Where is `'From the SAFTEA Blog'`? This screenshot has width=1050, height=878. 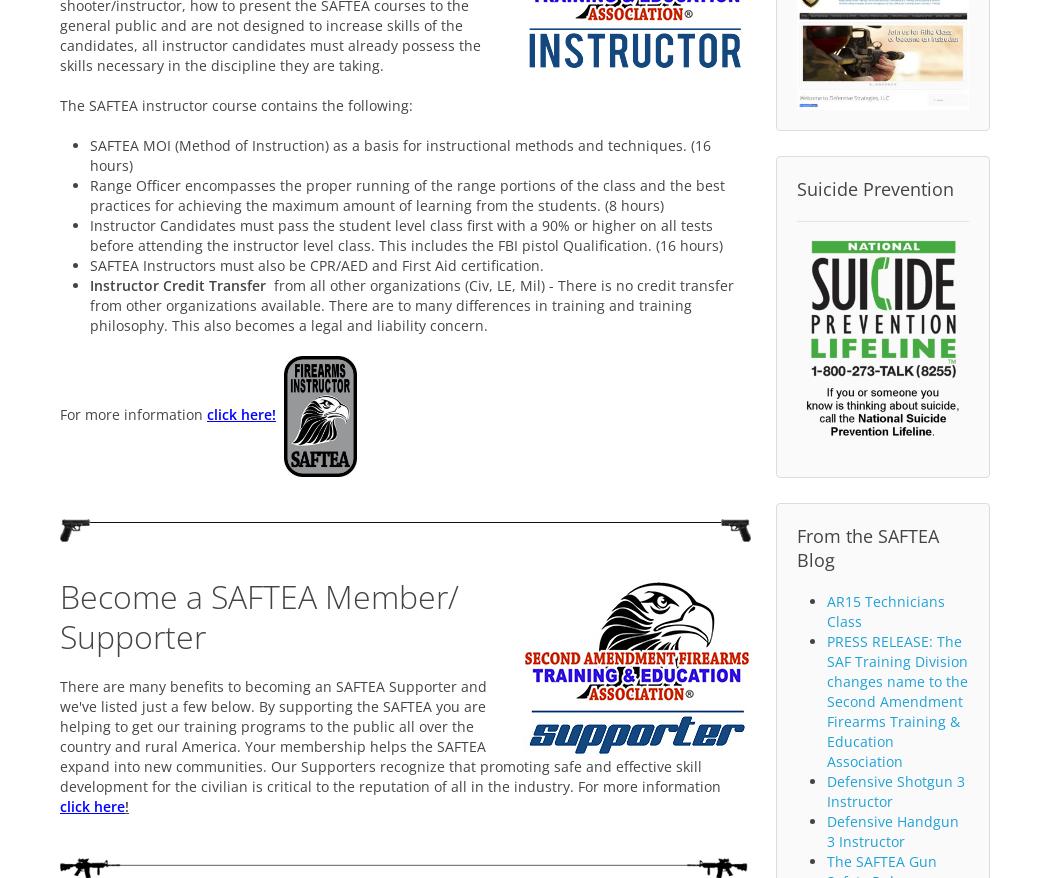 'From the SAFTEA Blog' is located at coordinates (795, 546).